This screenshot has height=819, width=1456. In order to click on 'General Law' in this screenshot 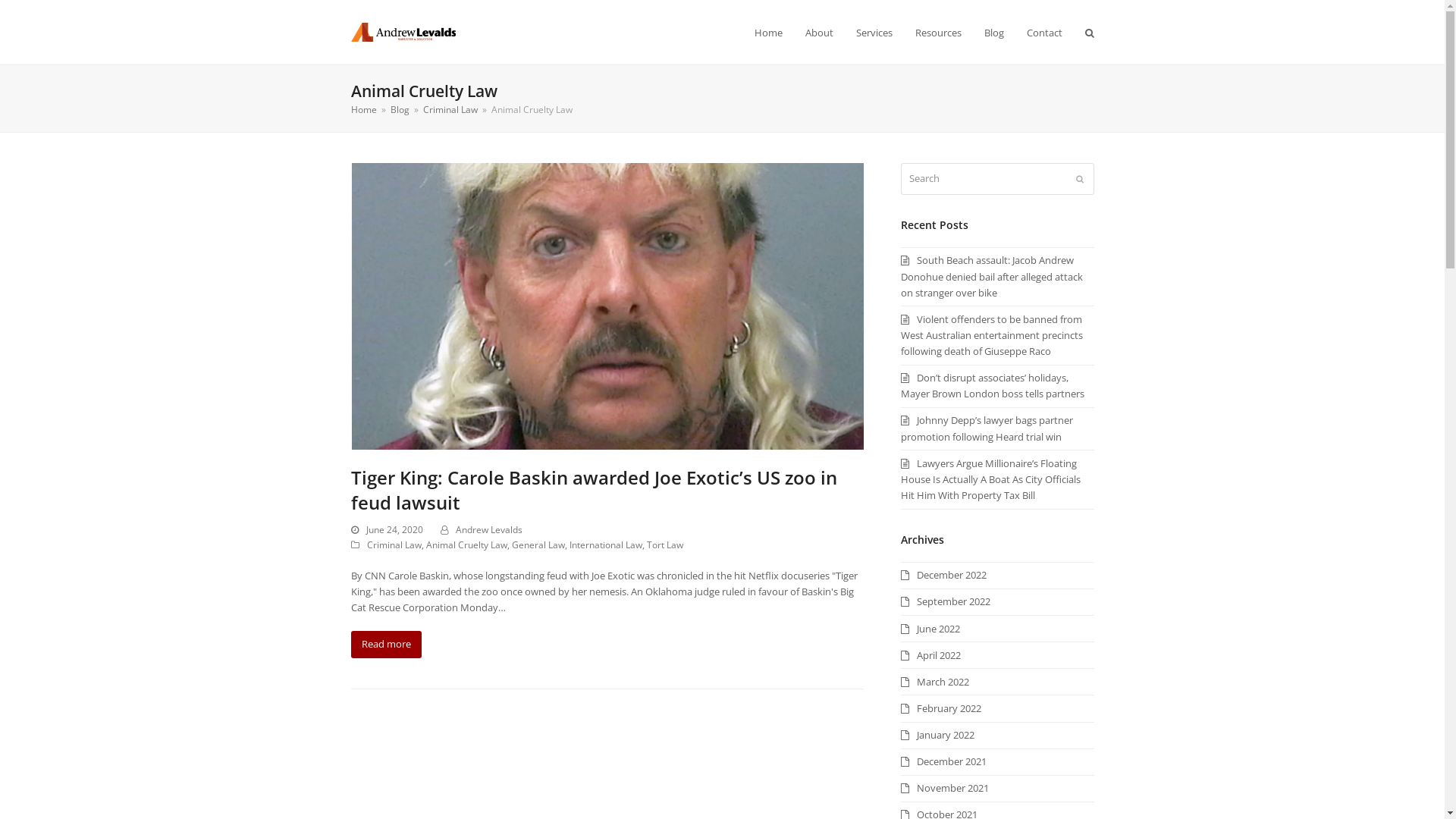, I will do `click(538, 544)`.